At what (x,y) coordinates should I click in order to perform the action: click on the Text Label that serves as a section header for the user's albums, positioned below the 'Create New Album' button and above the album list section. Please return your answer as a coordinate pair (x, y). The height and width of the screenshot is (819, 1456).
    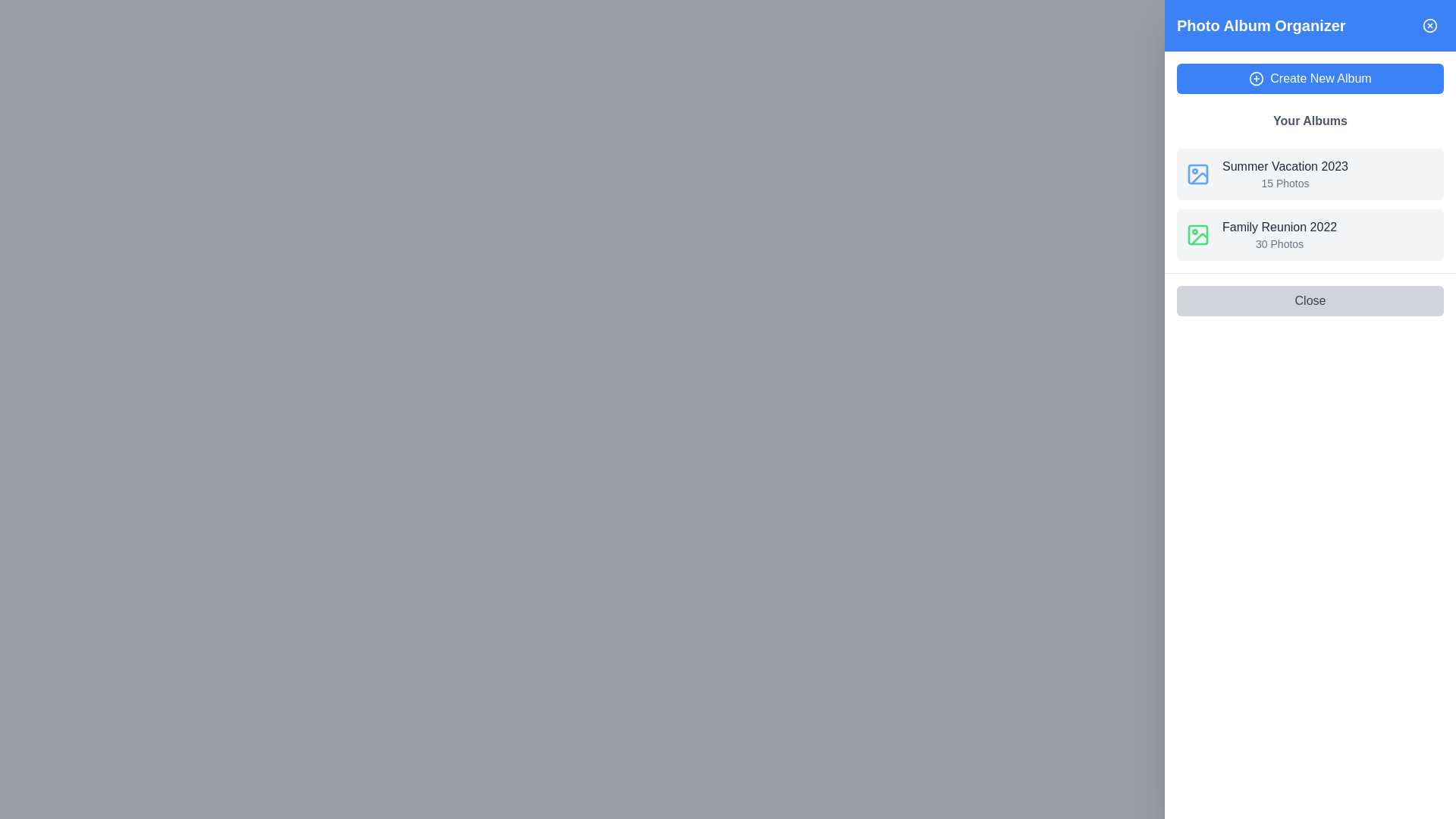
    Looking at the image, I should click on (1310, 120).